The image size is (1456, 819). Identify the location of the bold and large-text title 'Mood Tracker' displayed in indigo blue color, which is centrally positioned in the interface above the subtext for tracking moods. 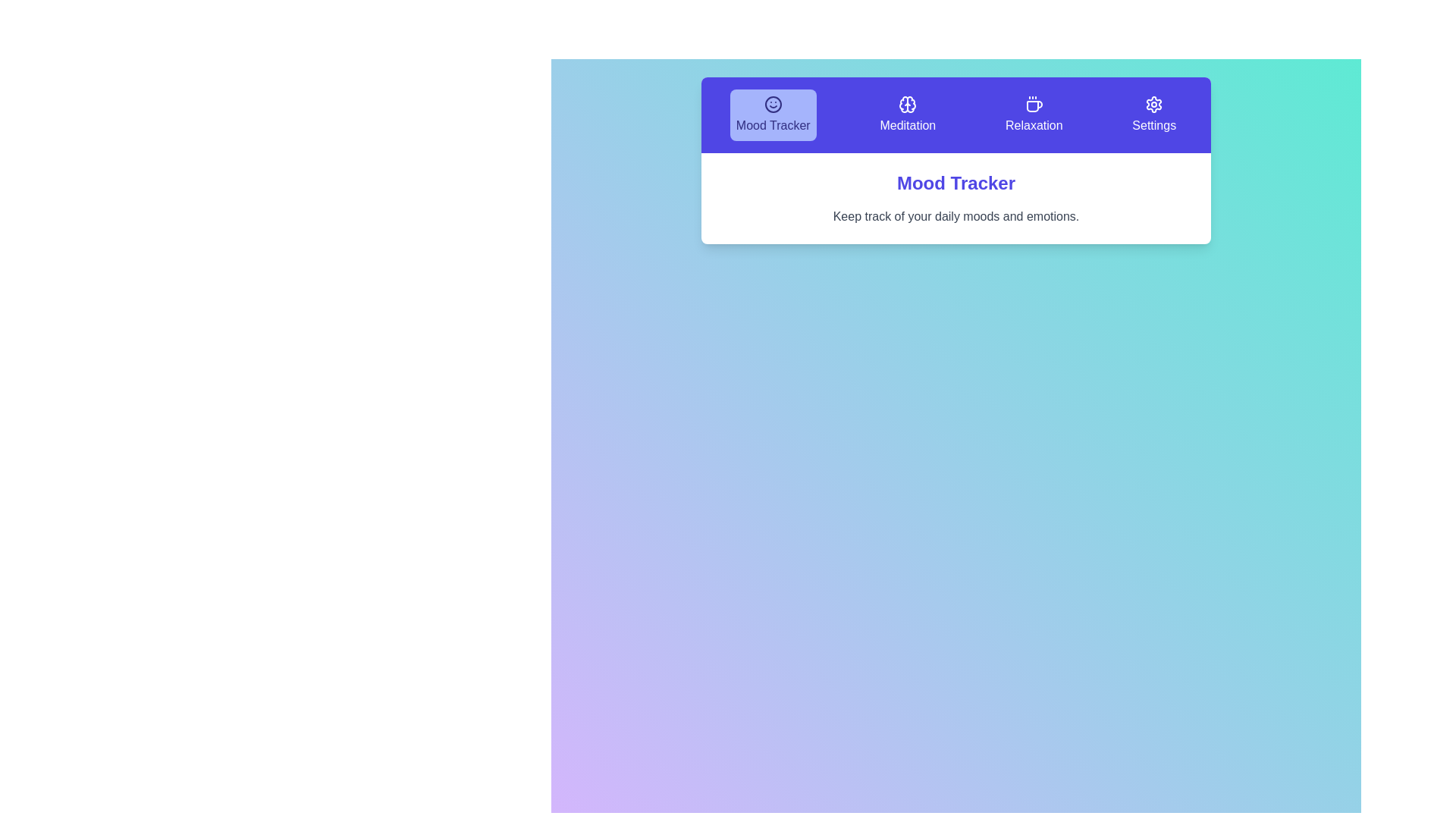
(955, 183).